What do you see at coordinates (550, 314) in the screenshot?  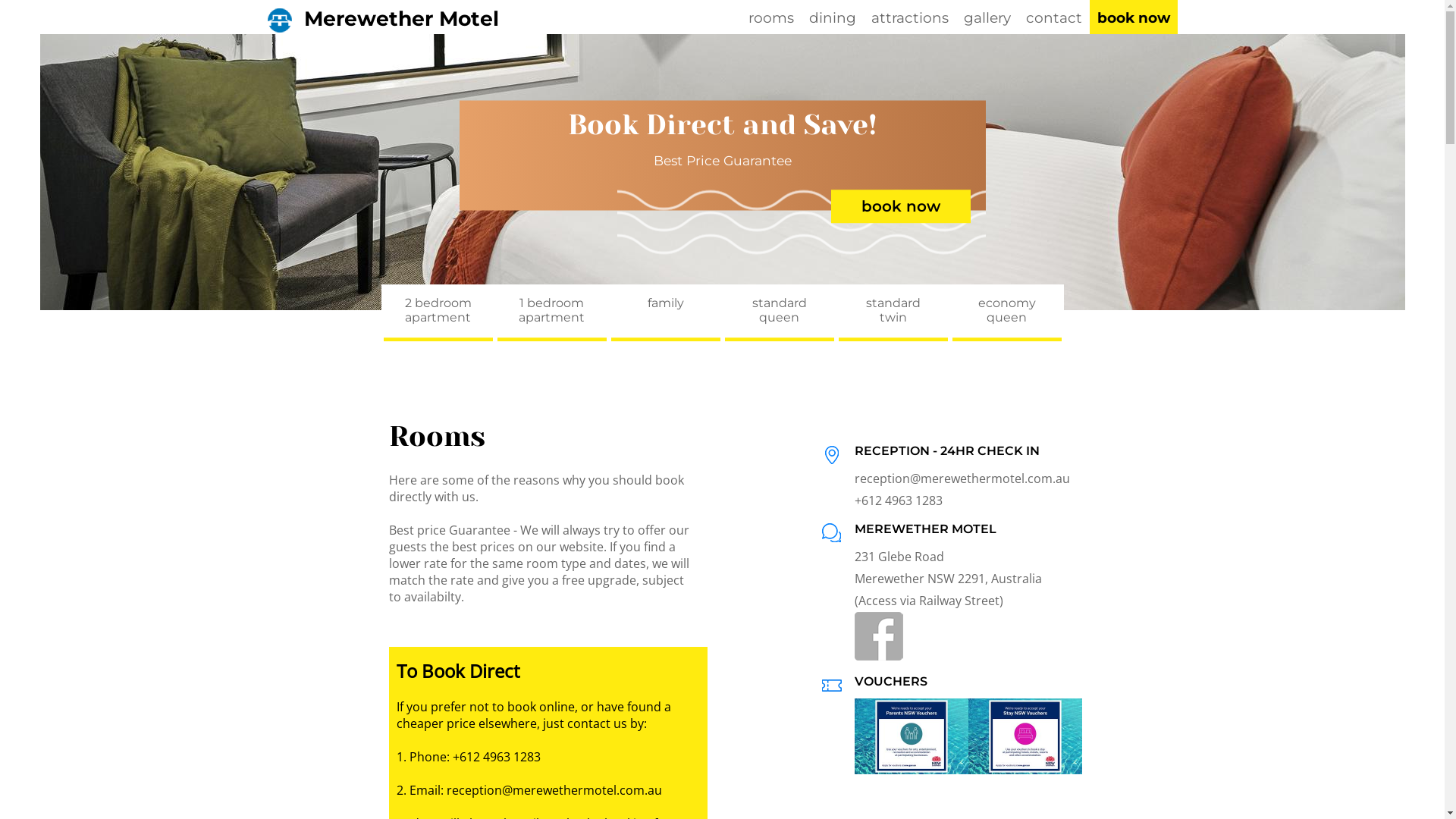 I see `'1 bedroom` at bounding box center [550, 314].